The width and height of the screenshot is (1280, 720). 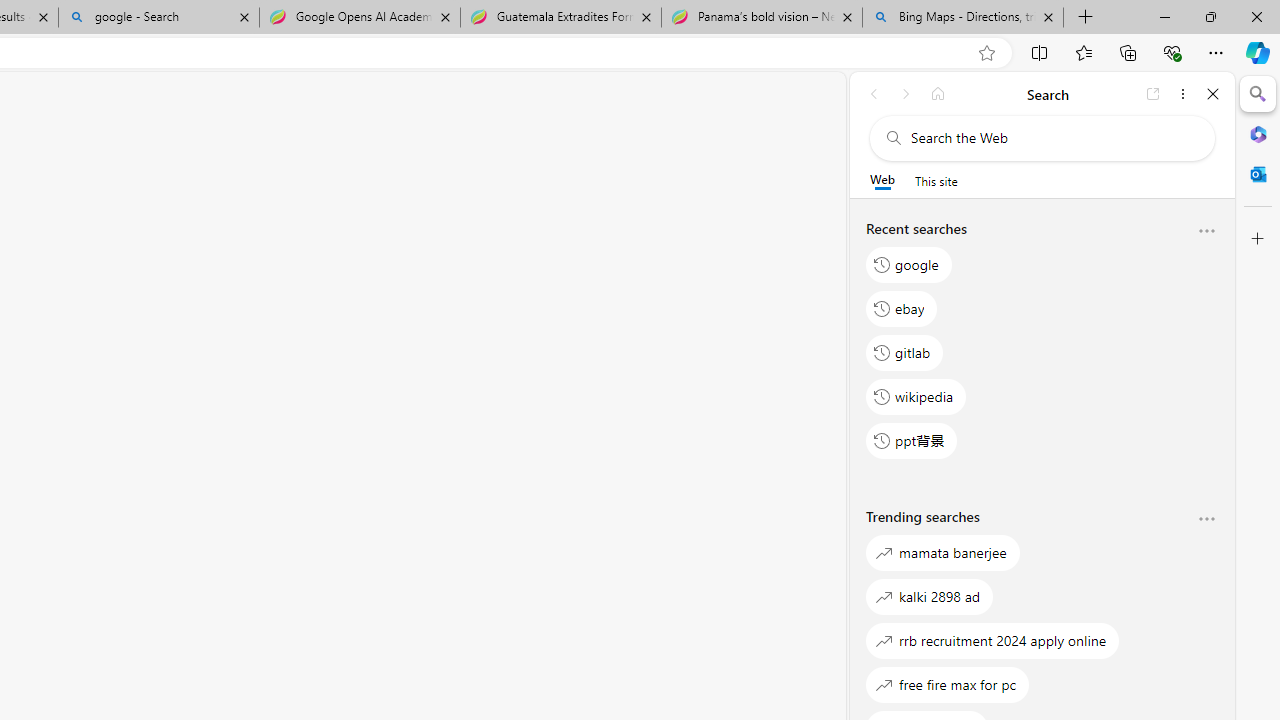 What do you see at coordinates (904, 351) in the screenshot?
I see `'gitlab'` at bounding box center [904, 351].